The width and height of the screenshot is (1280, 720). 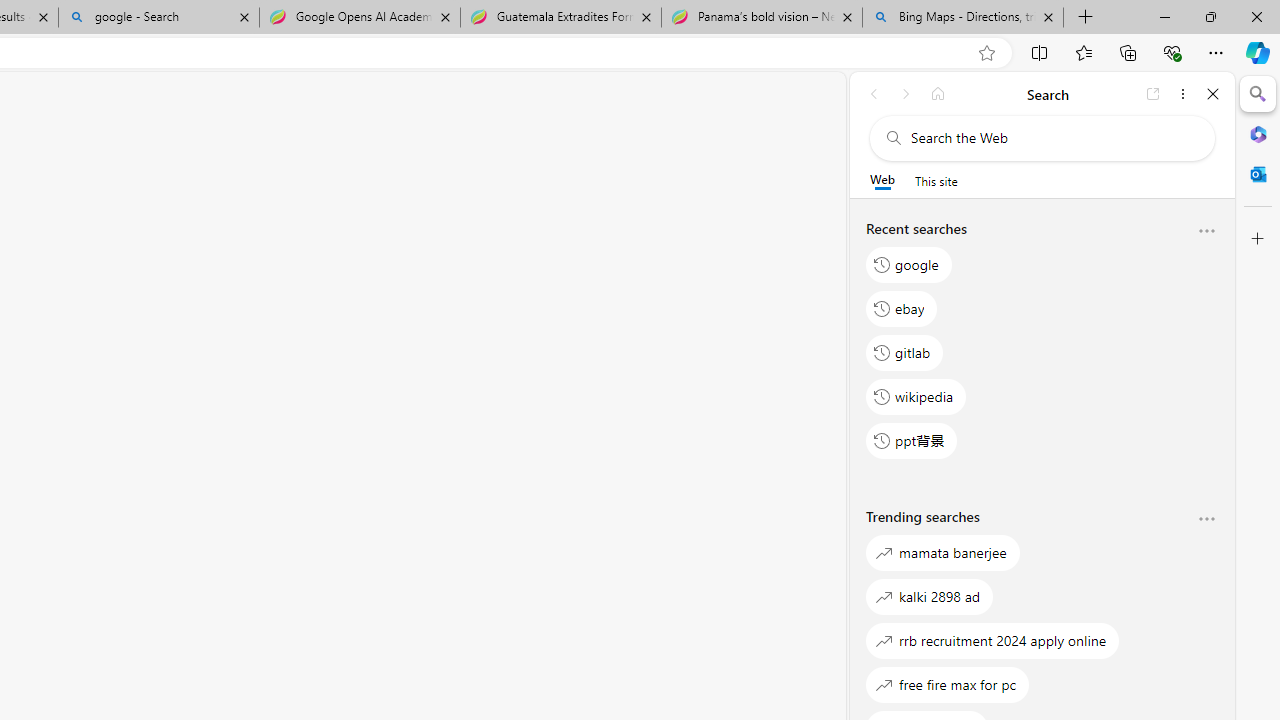 What do you see at coordinates (904, 351) in the screenshot?
I see `'gitlab'` at bounding box center [904, 351].